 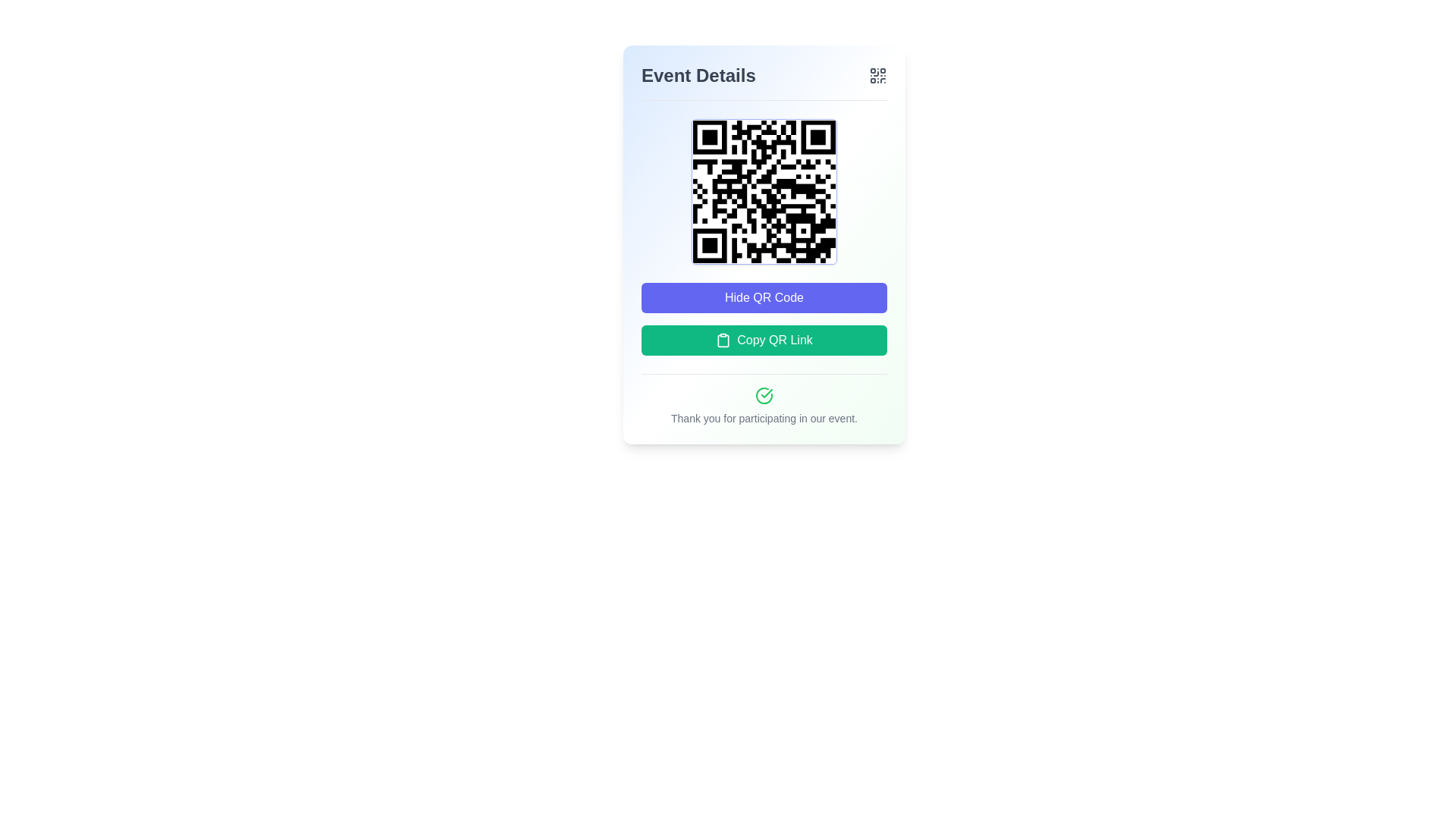 What do you see at coordinates (764, 191) in the screenshot?
I see `the QR code display located within the 'Event Details' content card` at bounding box center [764, 191].